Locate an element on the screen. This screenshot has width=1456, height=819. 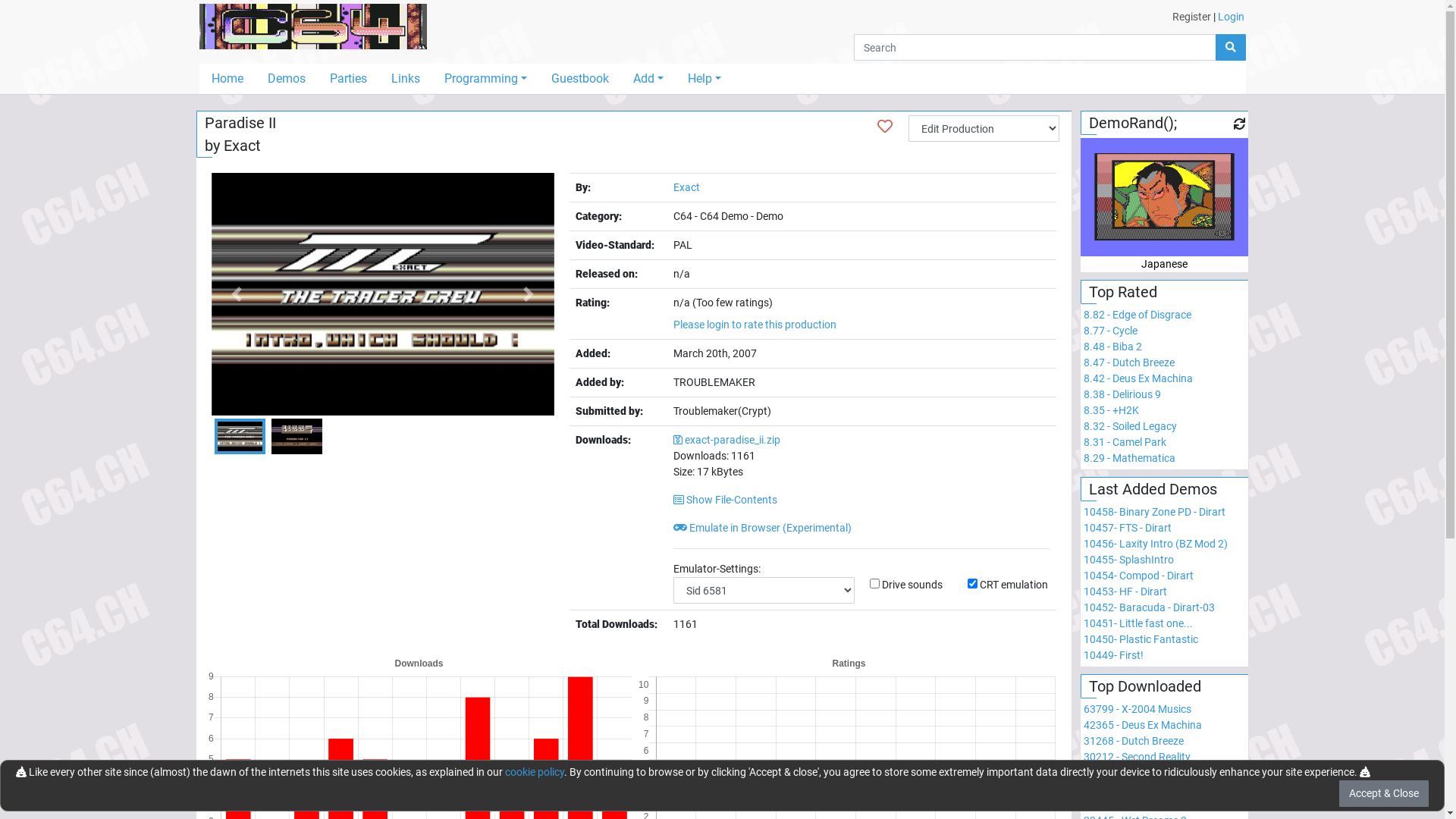
'8.29 - Mathematica' is located at coordinates (1129, 457).